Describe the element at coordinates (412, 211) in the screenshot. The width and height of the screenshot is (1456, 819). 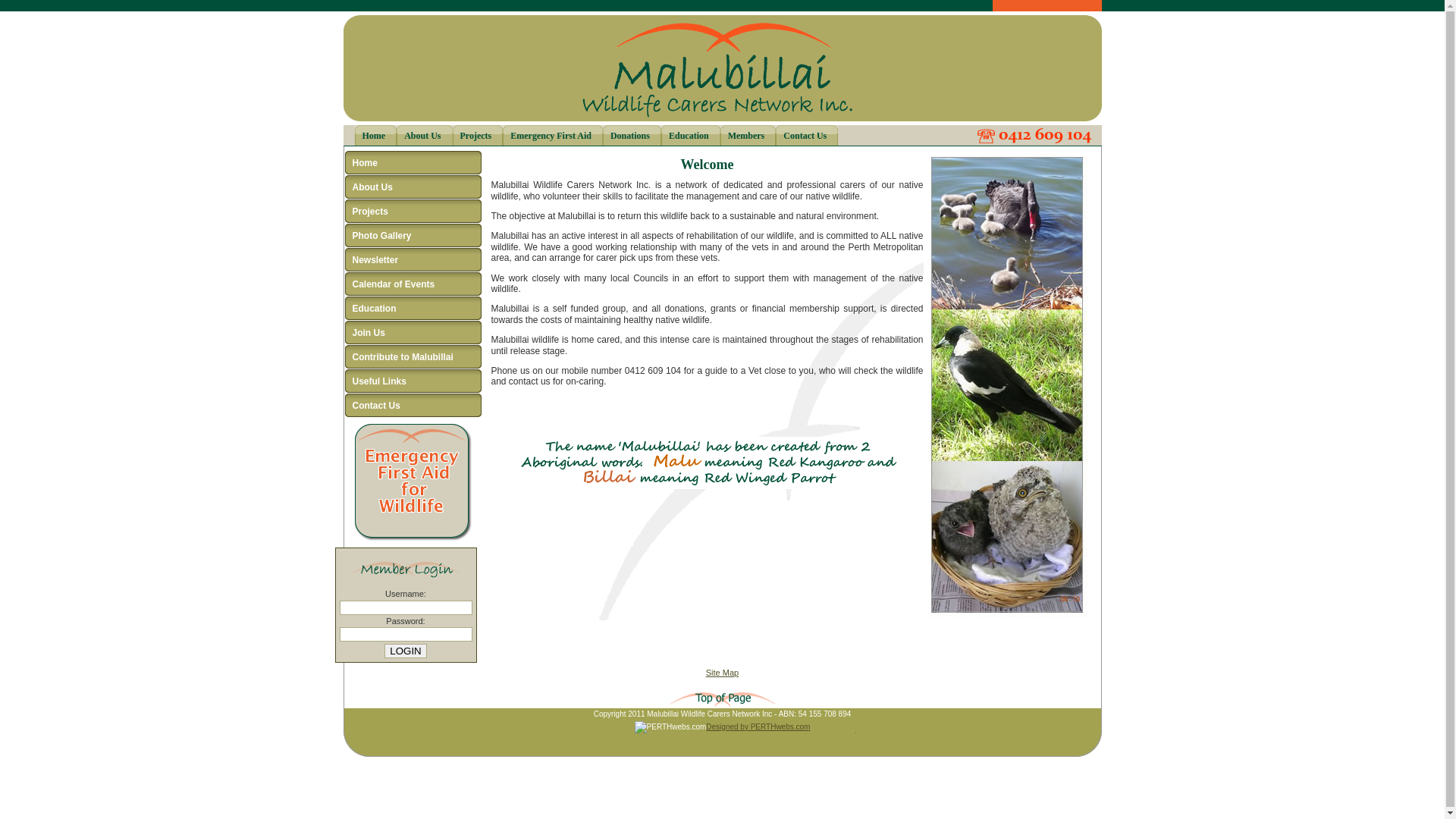
I see `'Projects'` at that location.